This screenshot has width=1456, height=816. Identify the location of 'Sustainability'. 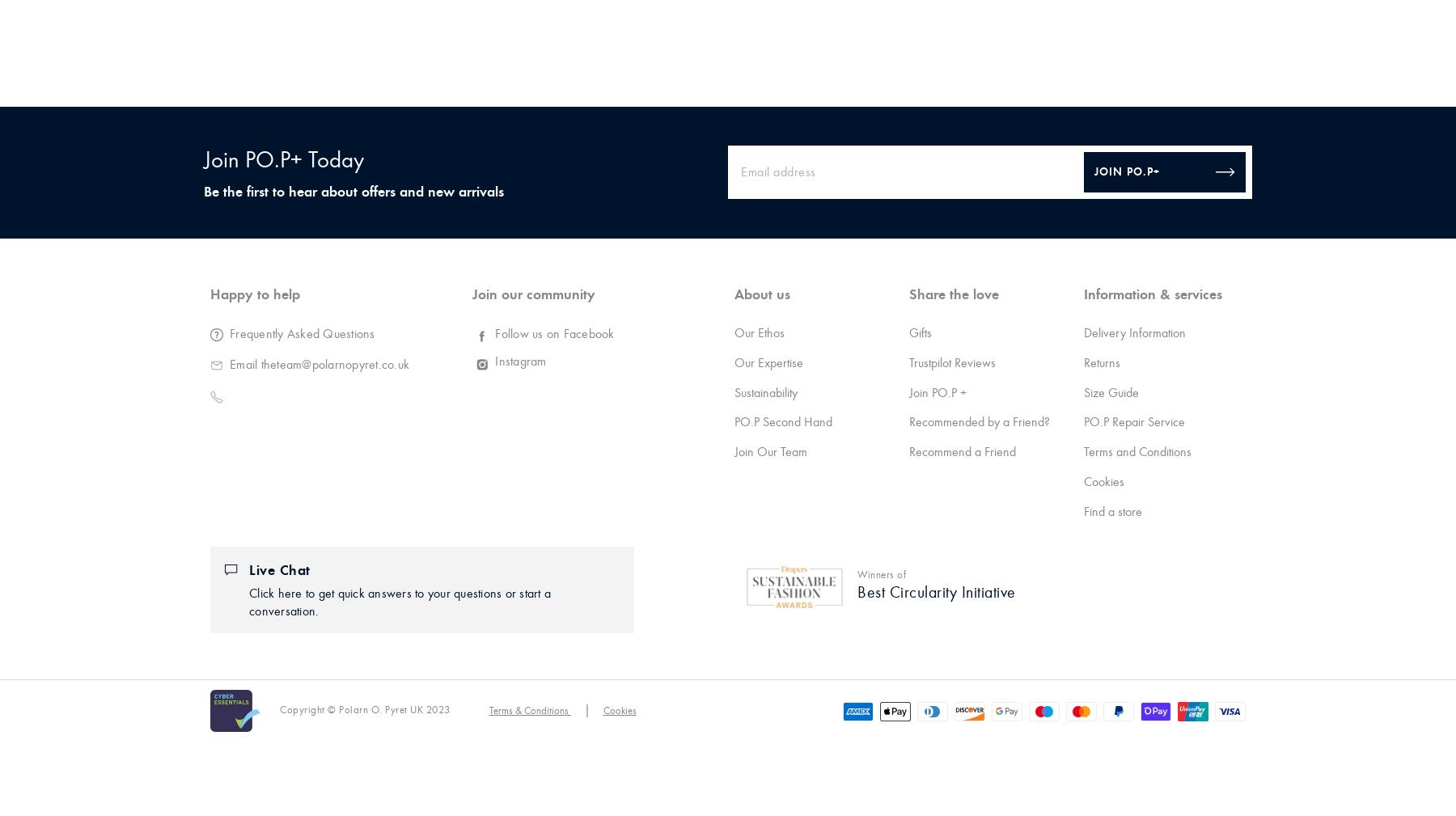
(733, 391).